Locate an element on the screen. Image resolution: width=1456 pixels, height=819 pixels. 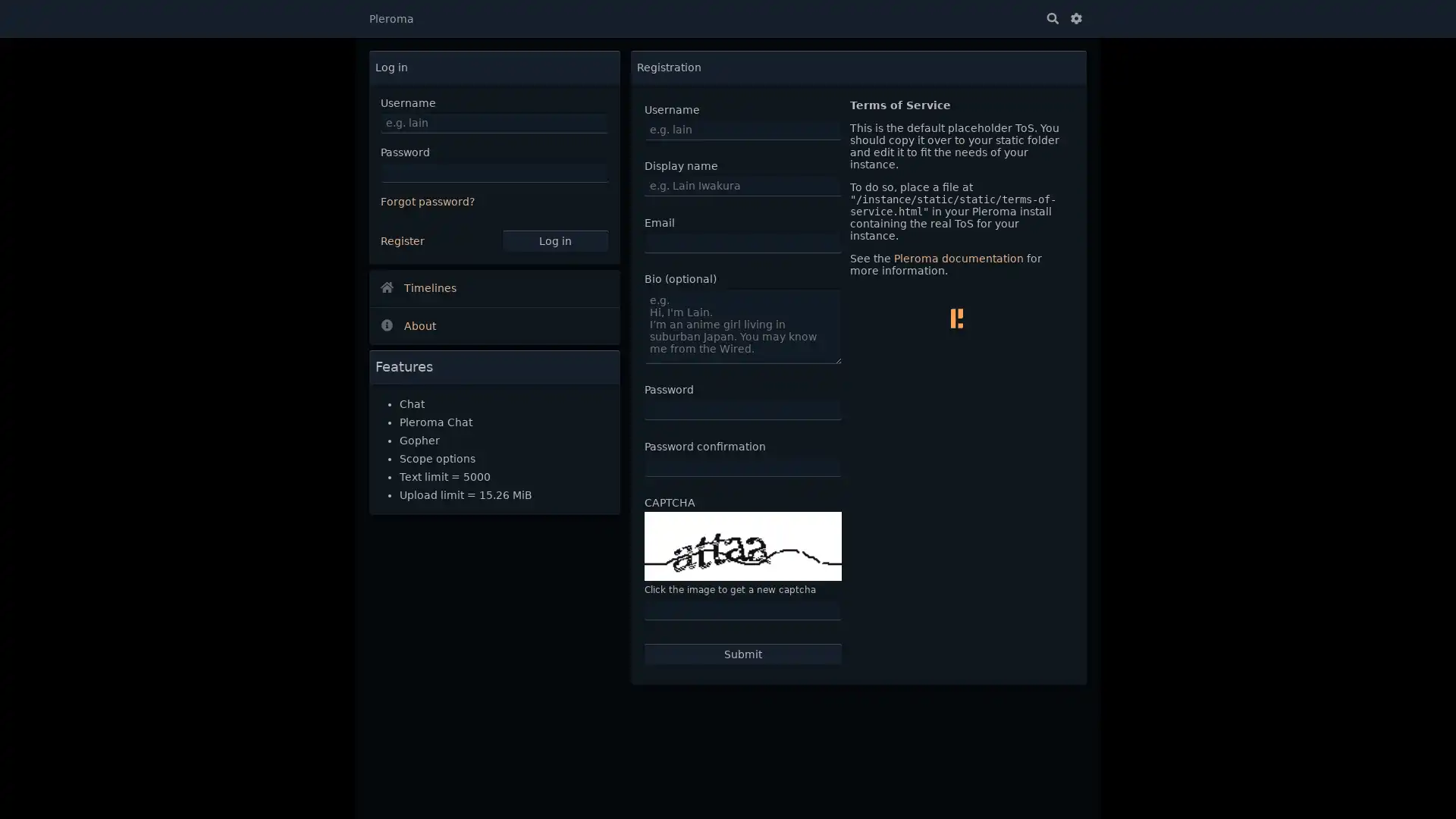
Log in is located at coordinates (554, 240).